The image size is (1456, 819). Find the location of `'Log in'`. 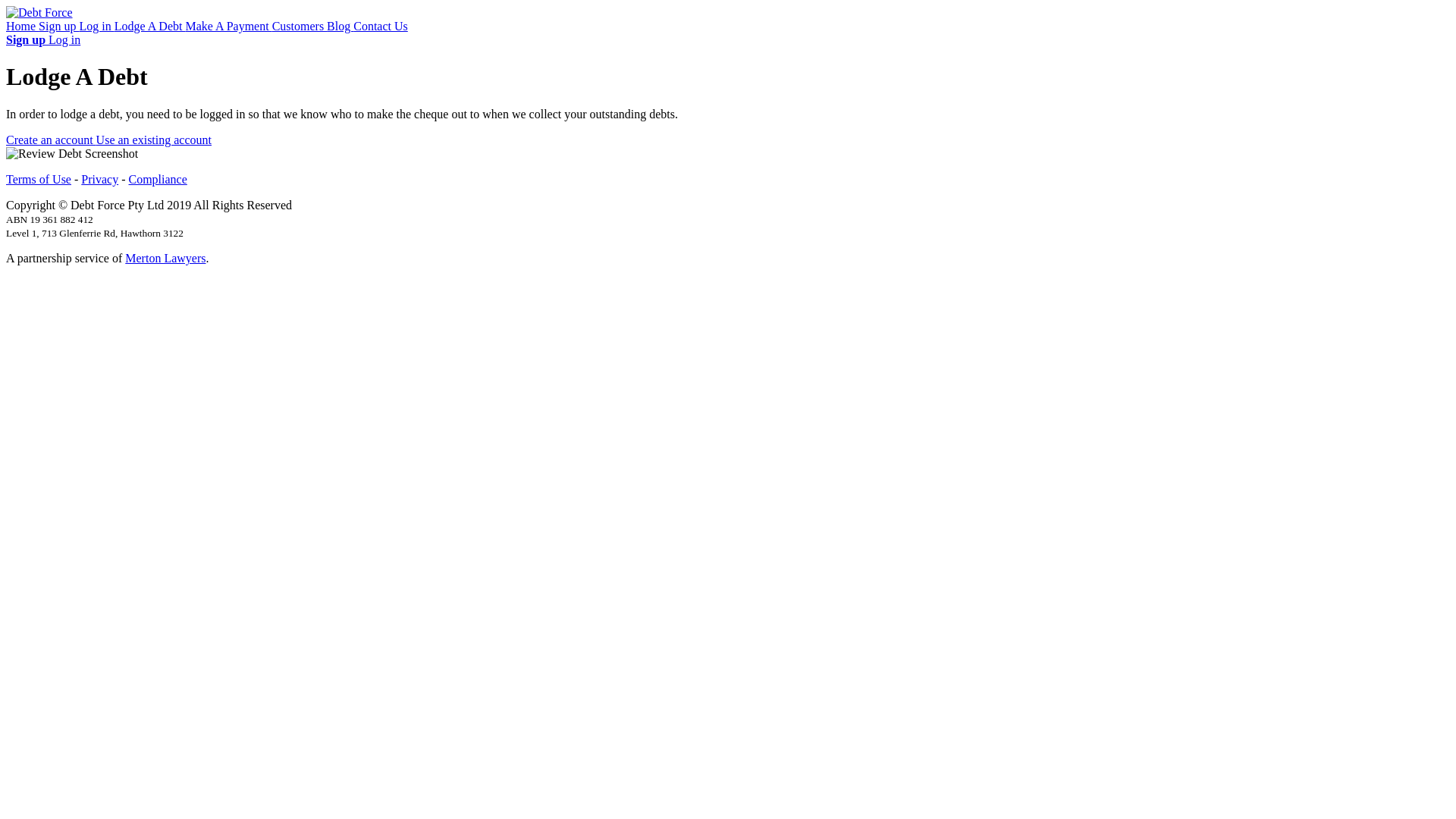

'Log in' is located at coordinates (64, 39).